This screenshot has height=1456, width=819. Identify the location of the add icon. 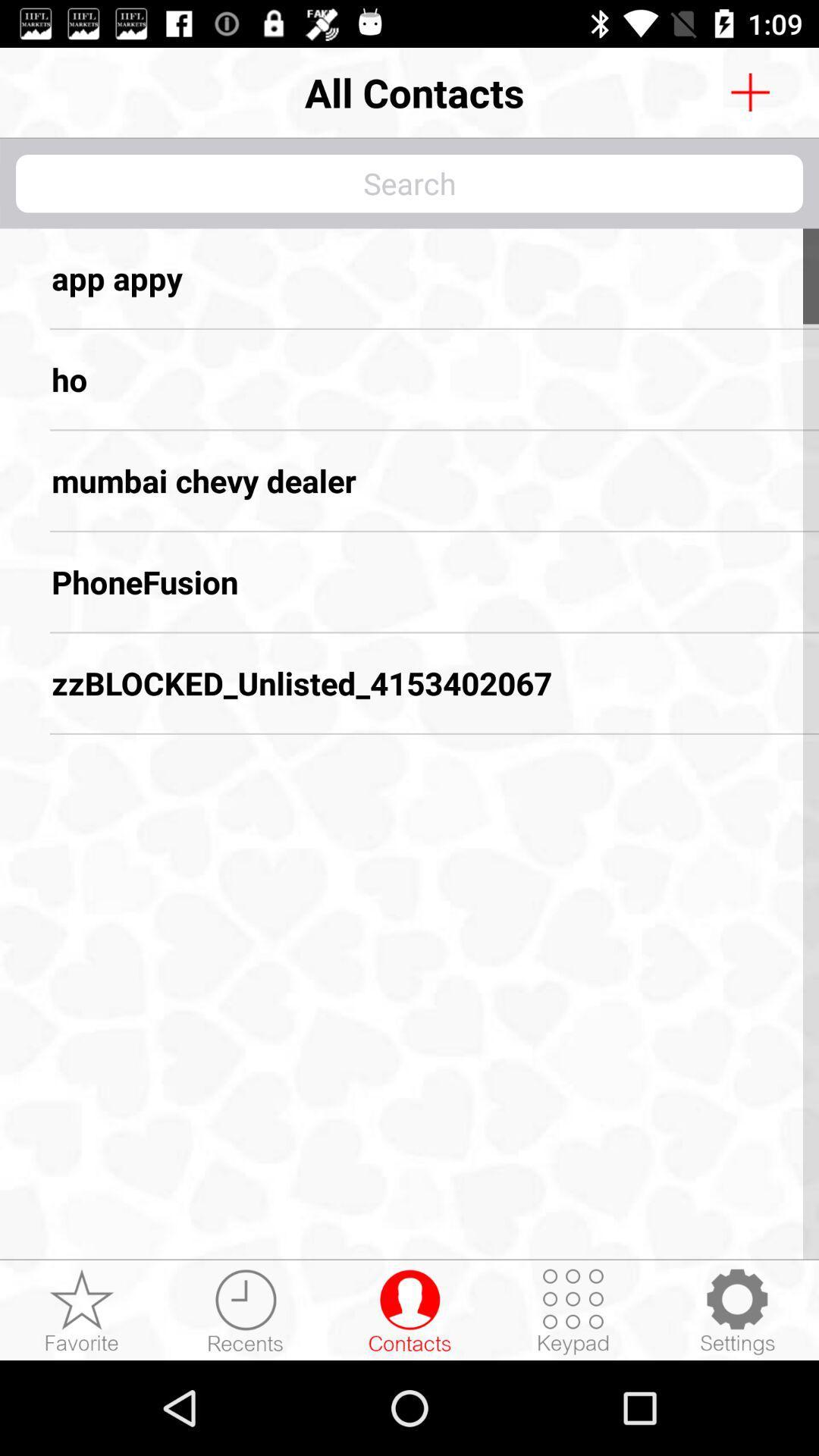
(749, 91).